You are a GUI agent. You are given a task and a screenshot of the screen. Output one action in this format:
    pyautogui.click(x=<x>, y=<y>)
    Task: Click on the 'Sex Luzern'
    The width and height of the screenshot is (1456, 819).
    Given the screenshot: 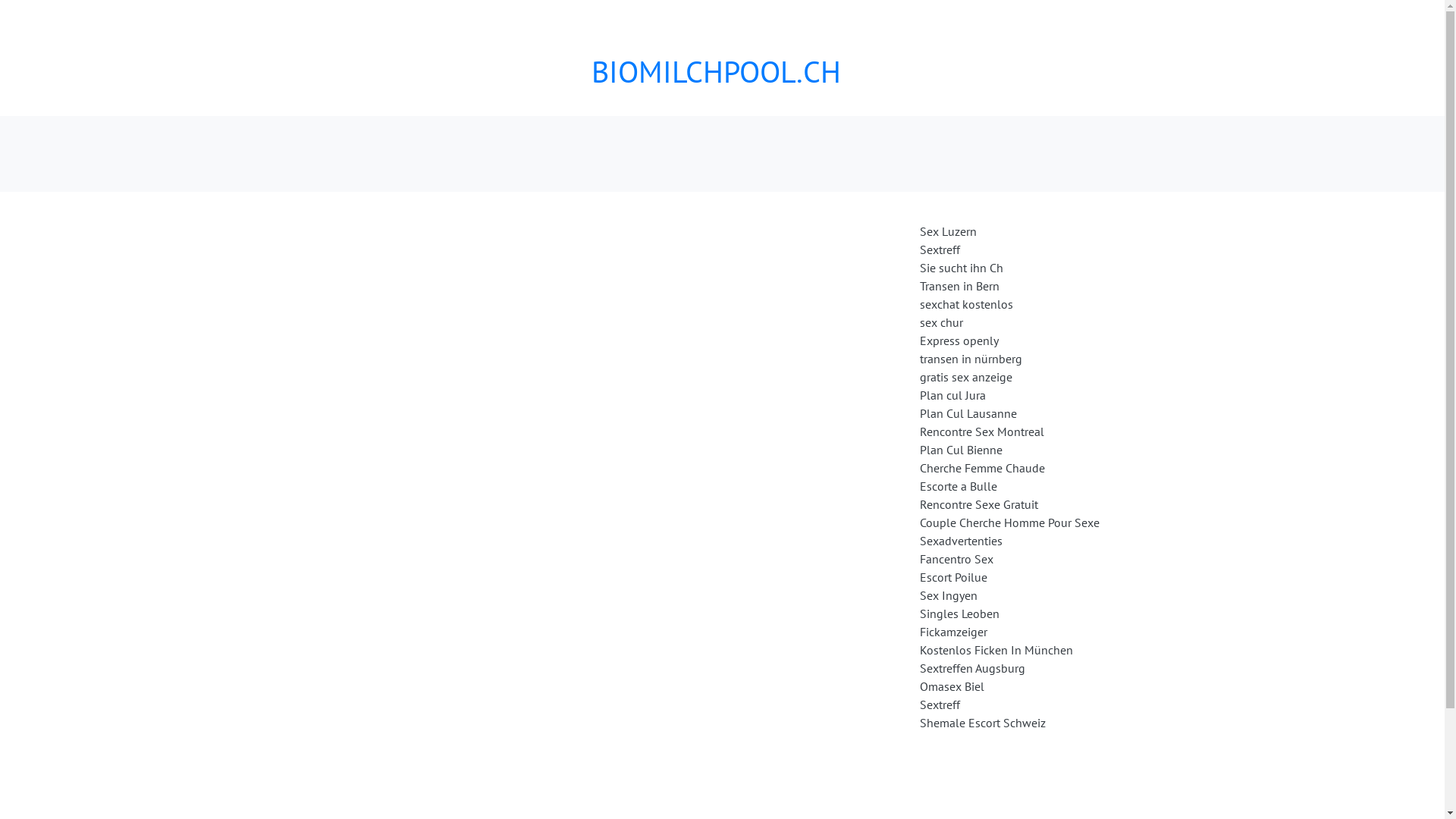 What is the action you would take?
    pyautogui.click(x=918, y=231)
    